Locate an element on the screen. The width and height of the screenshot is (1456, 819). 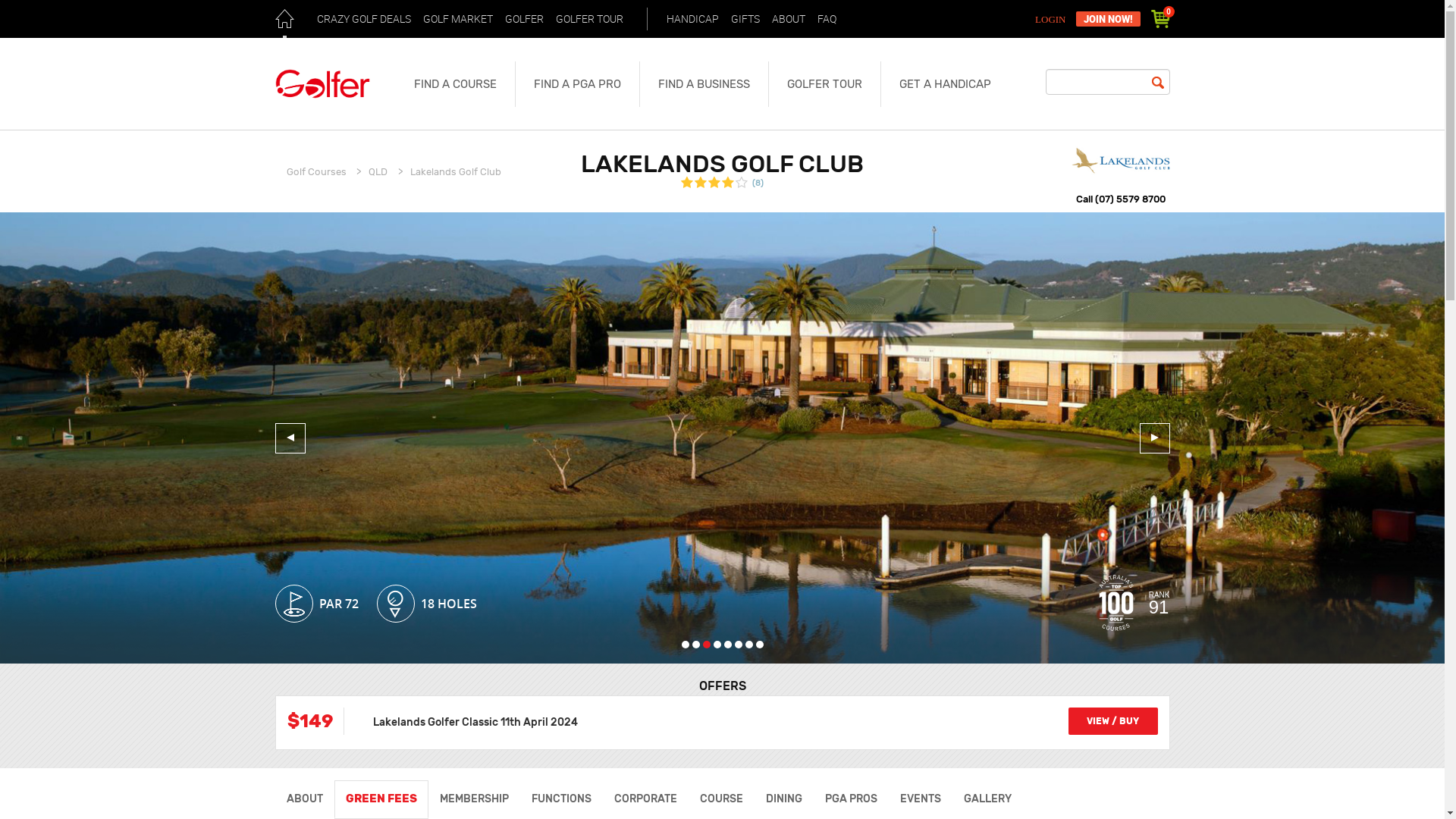
'2' is located at coordinates (694, 644).